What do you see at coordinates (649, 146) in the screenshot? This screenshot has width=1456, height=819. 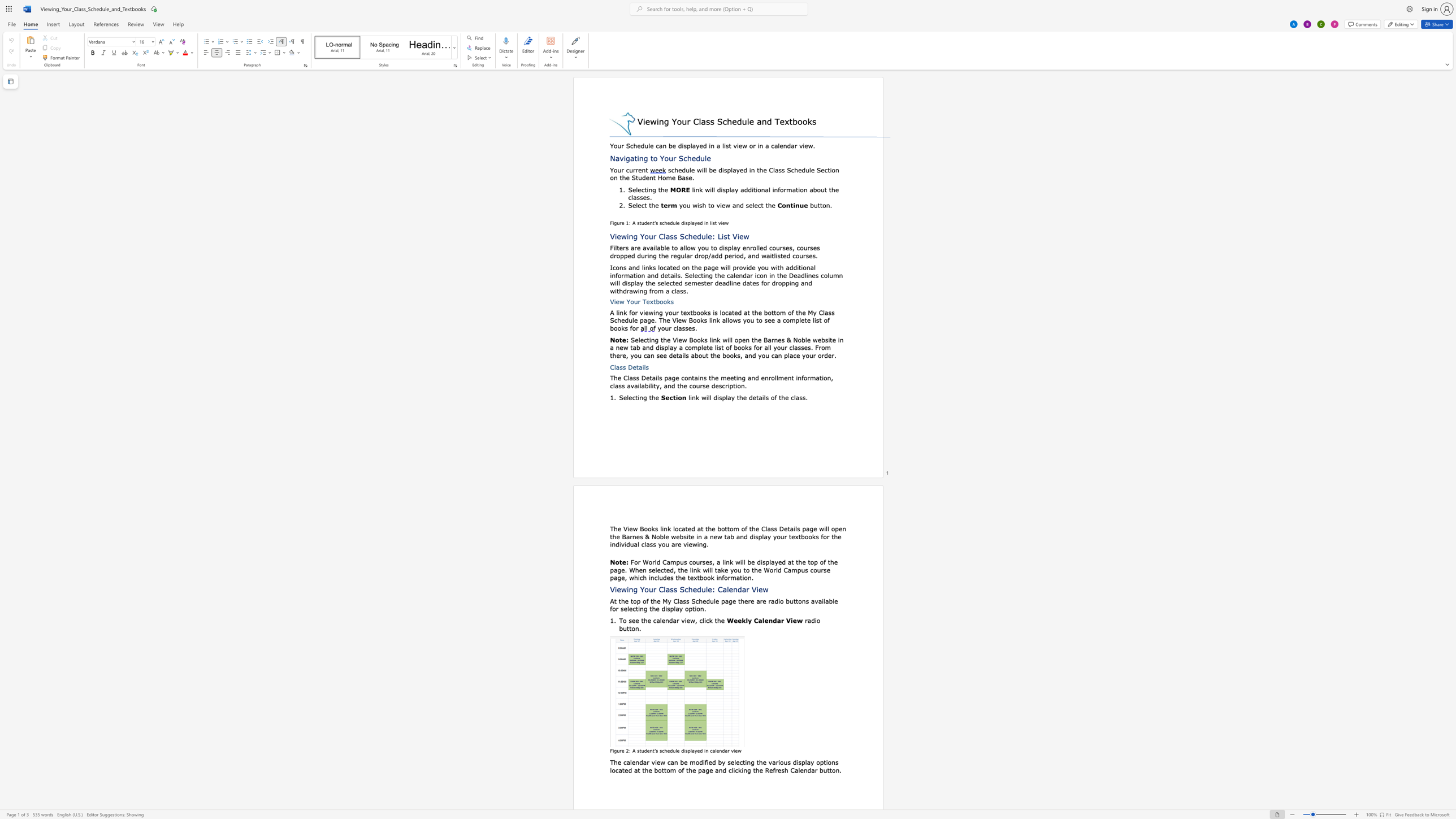 I see `the 1th character "l" in the text` at bounding box center [649, 146].